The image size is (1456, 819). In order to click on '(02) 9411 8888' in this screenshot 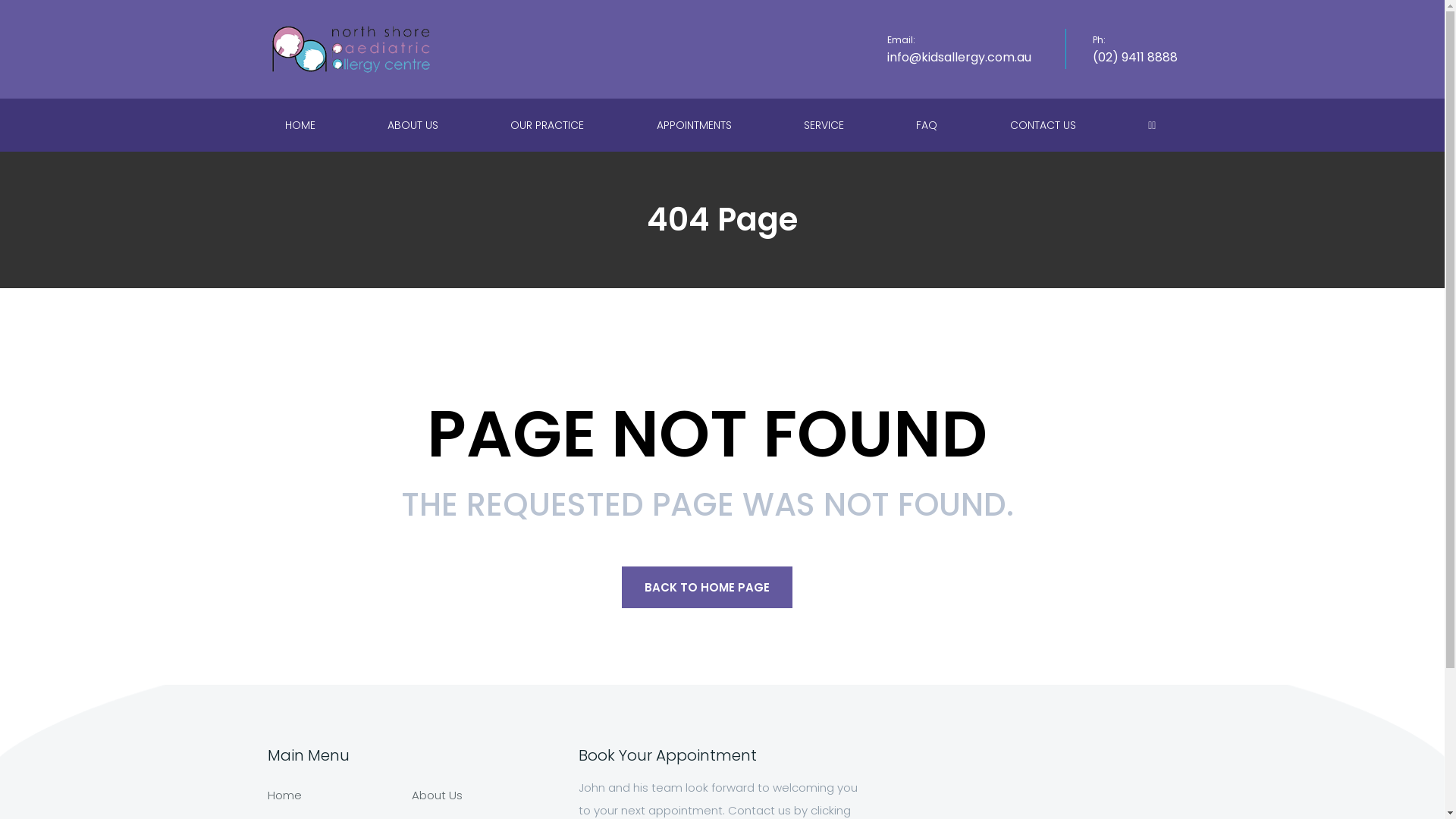, I will do `click(1134, 56)`.